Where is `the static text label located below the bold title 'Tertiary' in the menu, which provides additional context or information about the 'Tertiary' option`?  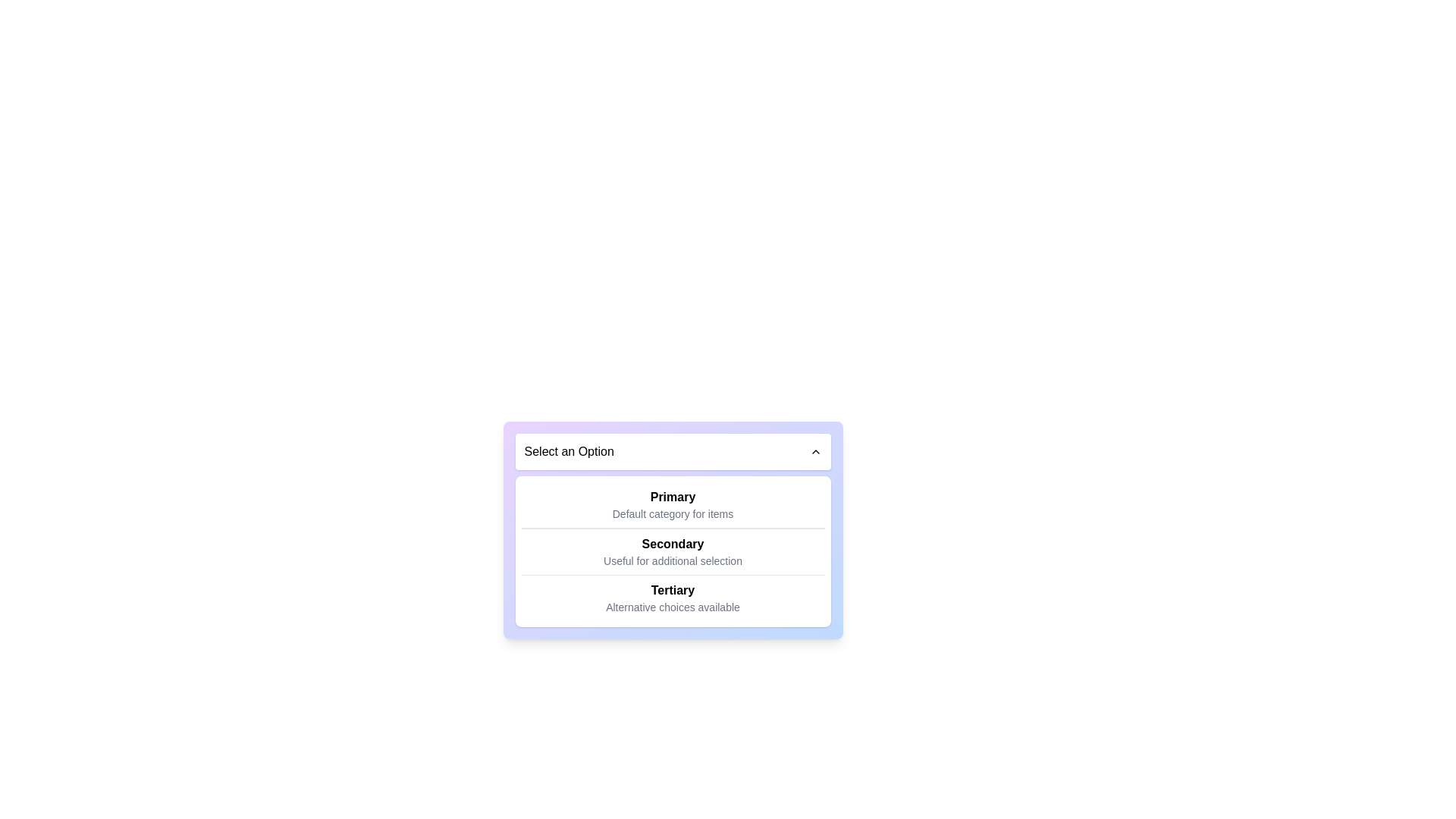
the static text label located below the bold title 'Tertiary' in the menu, which provides additional context or information about the 'Tertiary' option is located at coordinates (672, 607).